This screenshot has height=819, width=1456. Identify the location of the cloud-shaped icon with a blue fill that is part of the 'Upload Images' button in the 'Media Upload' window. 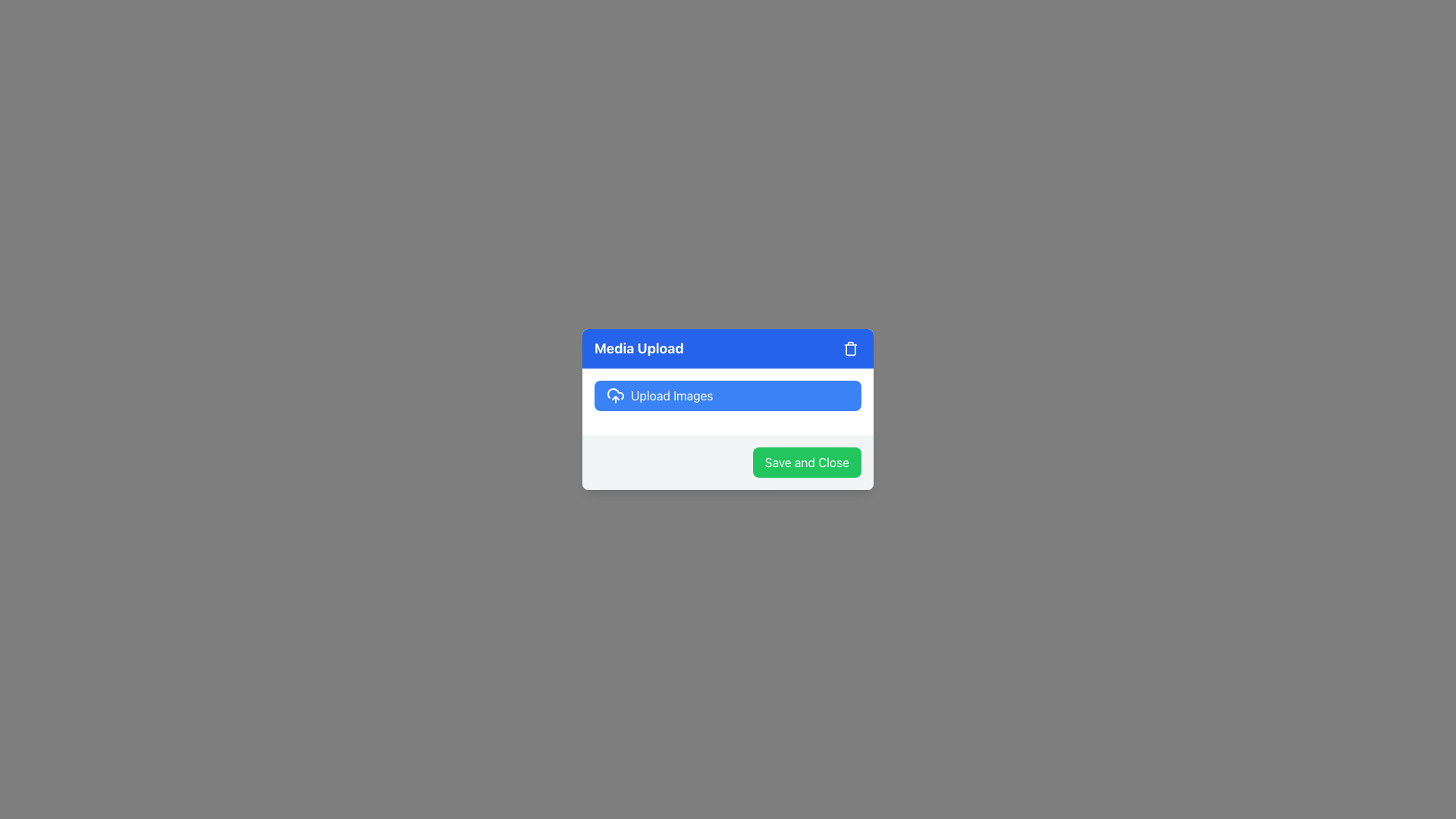
(615, 393).